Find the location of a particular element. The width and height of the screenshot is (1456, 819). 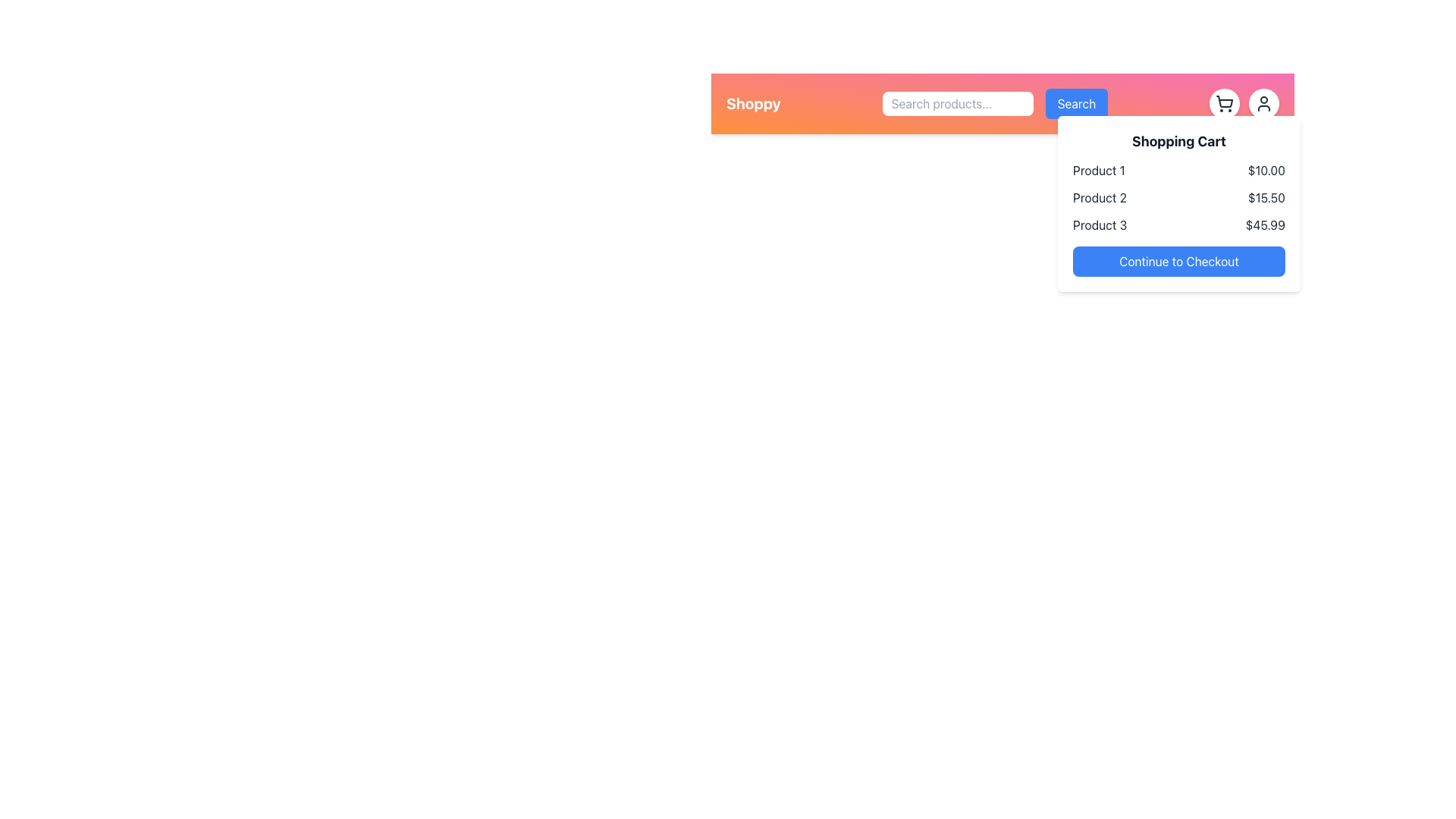

the shopping cart button located near the top-right corner of the navigation bar is located at coordinates (1224, 103).